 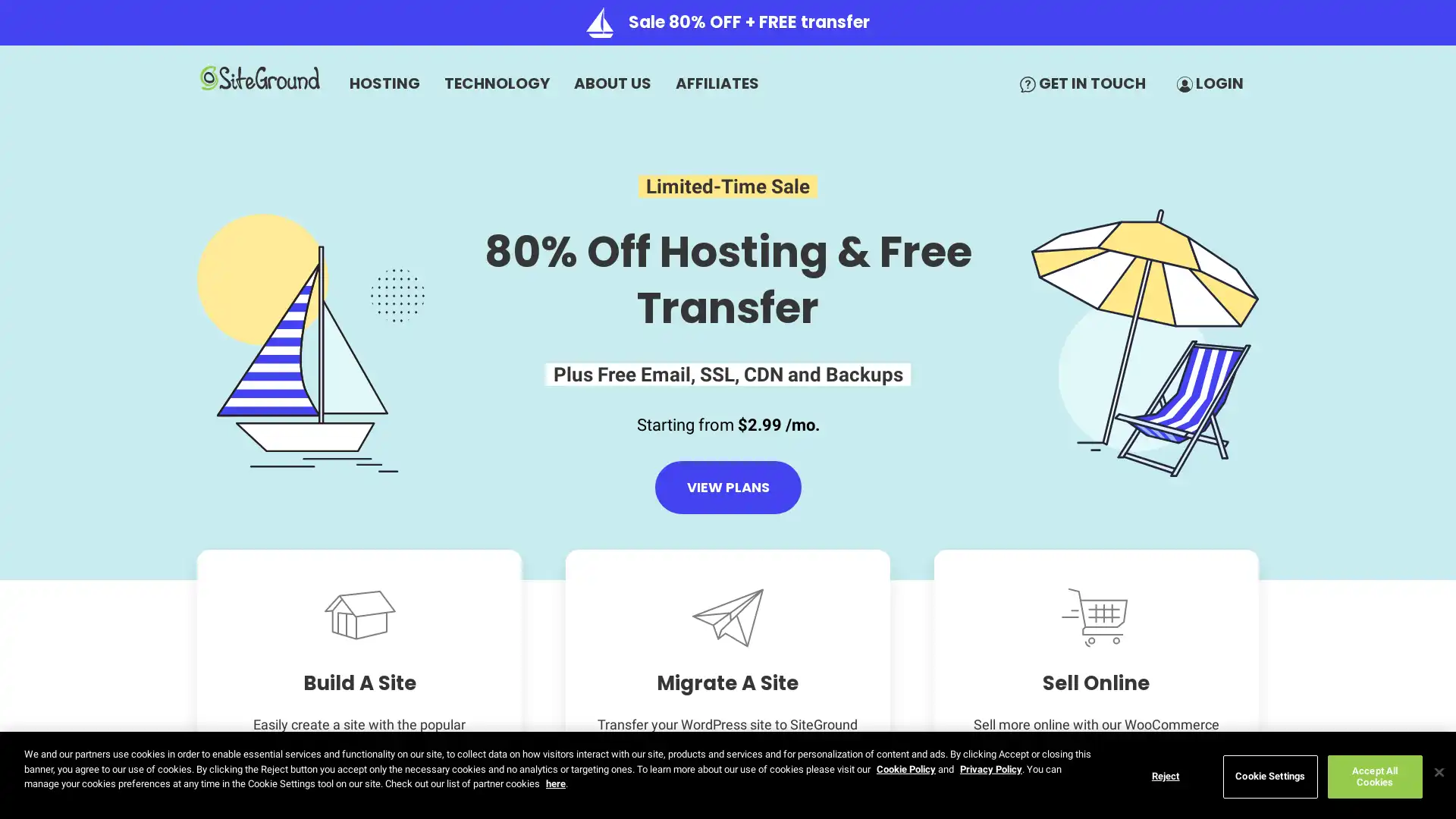 What do you see at coordinates (1269, 776) in the screenshot?
I see `Cookie Settings` at bounding box center [1269, 776].